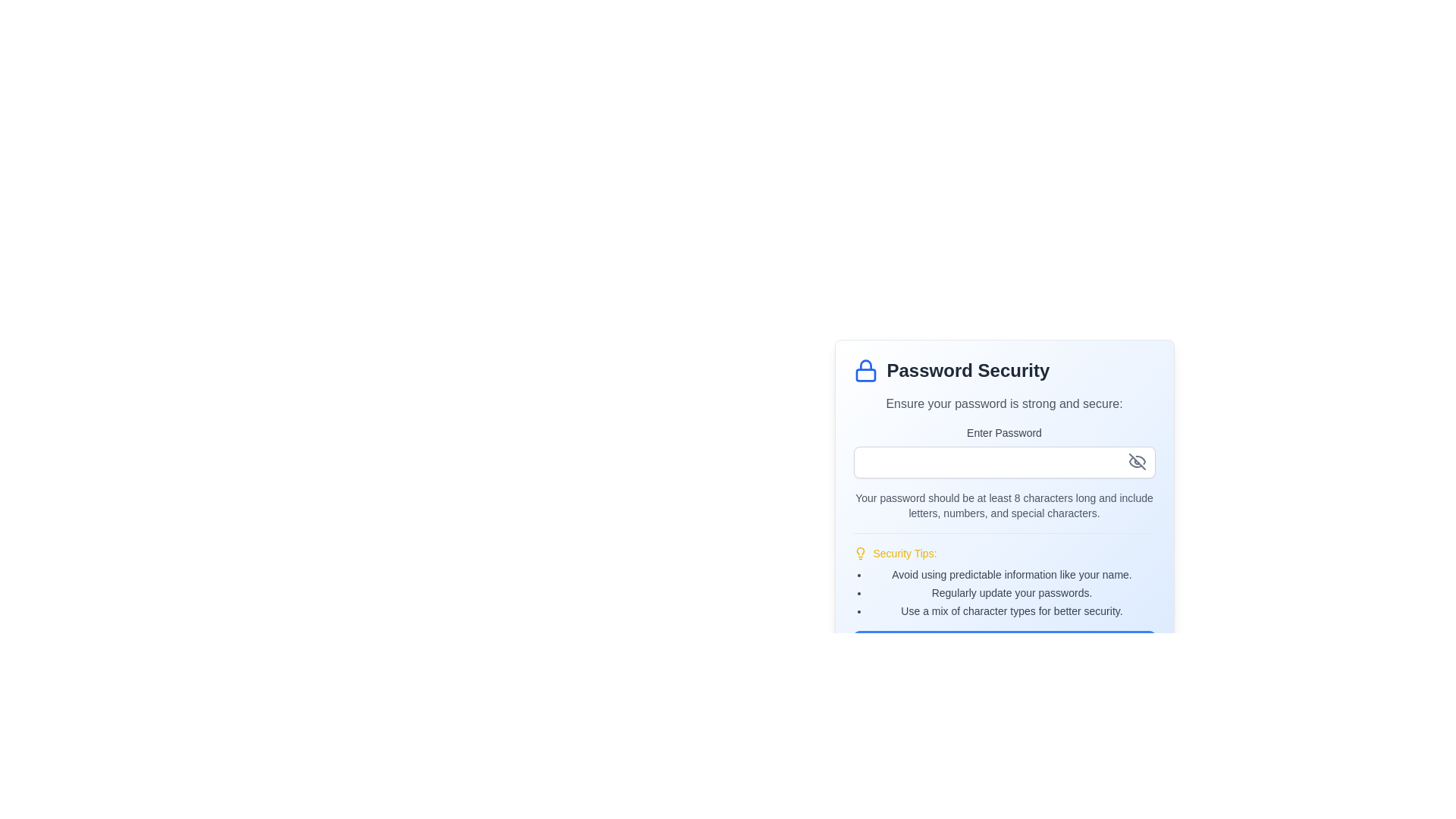 This screenshot has height=819, width=1456. Describe the element at coordinates (1004, 403) in the screenshot. I see `the text label that provides guidance about creating a strong password, located beneath the 'Password Security' section title and above the password input field` at that location.